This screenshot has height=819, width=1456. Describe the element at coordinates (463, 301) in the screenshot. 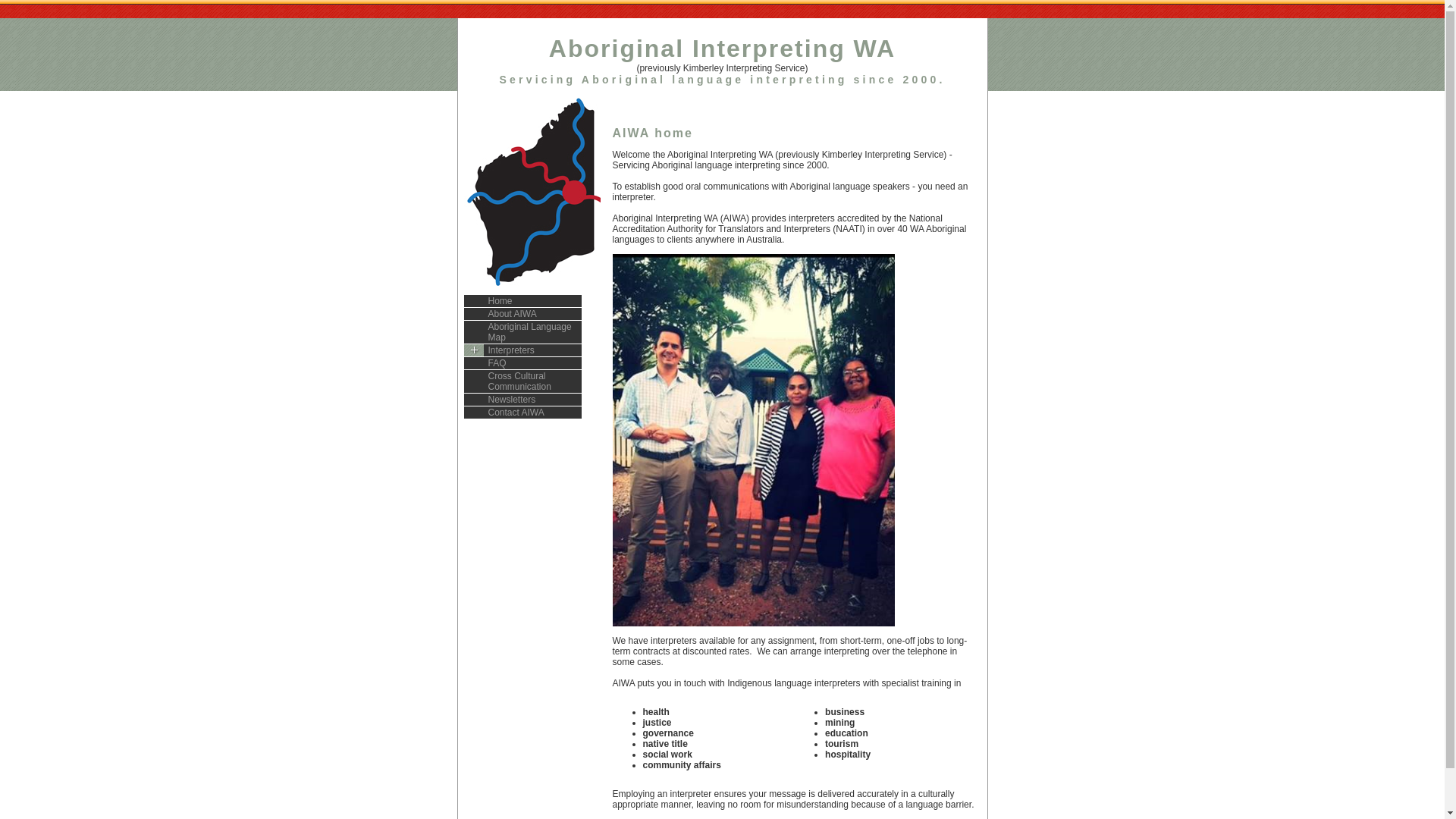

I see `'Home'` at that location.